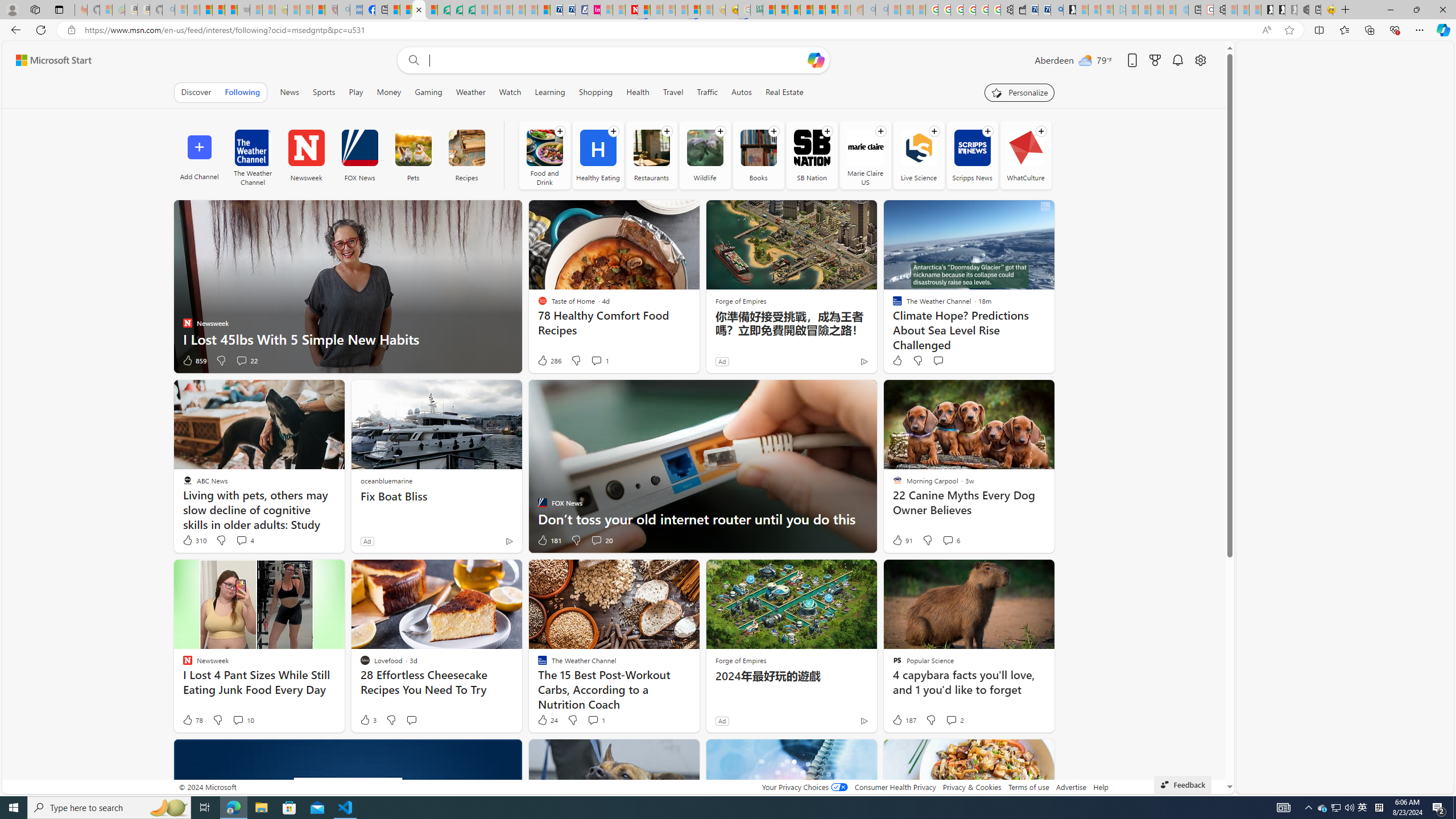 The height and width of the screenshot is (819, 1456). I want to click on '78 Like', so click(192, 719).